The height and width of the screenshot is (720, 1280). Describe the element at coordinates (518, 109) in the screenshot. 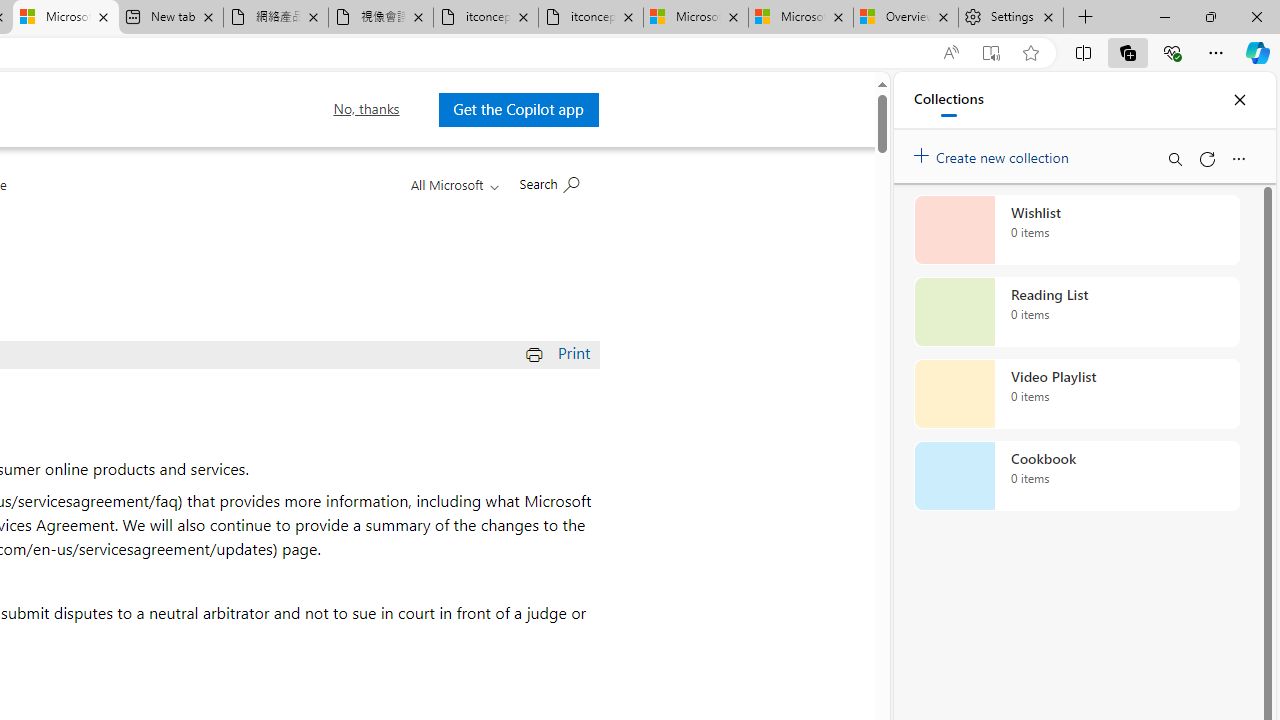

I see `'Get the Copilot app '` at that location.